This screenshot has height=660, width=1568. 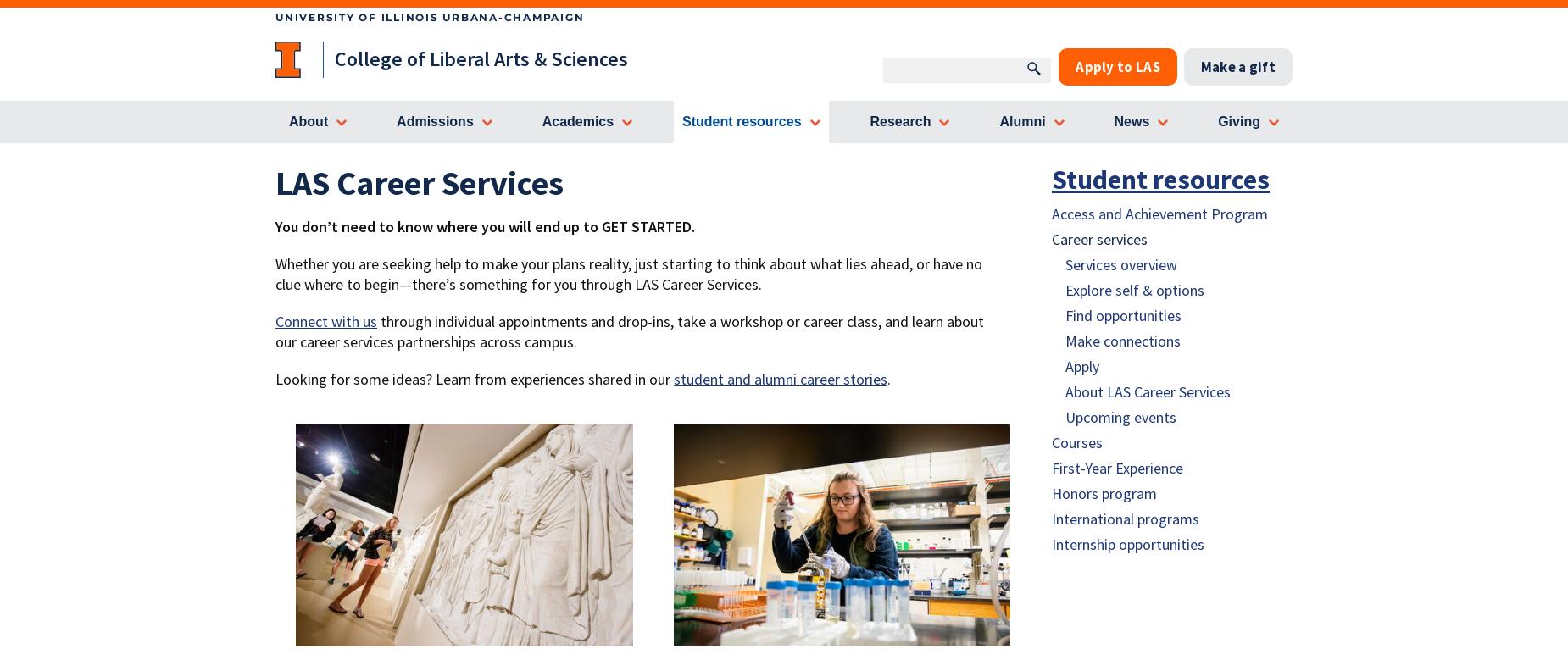 I want to click on 'Career services', so click(x=1098, y=238).